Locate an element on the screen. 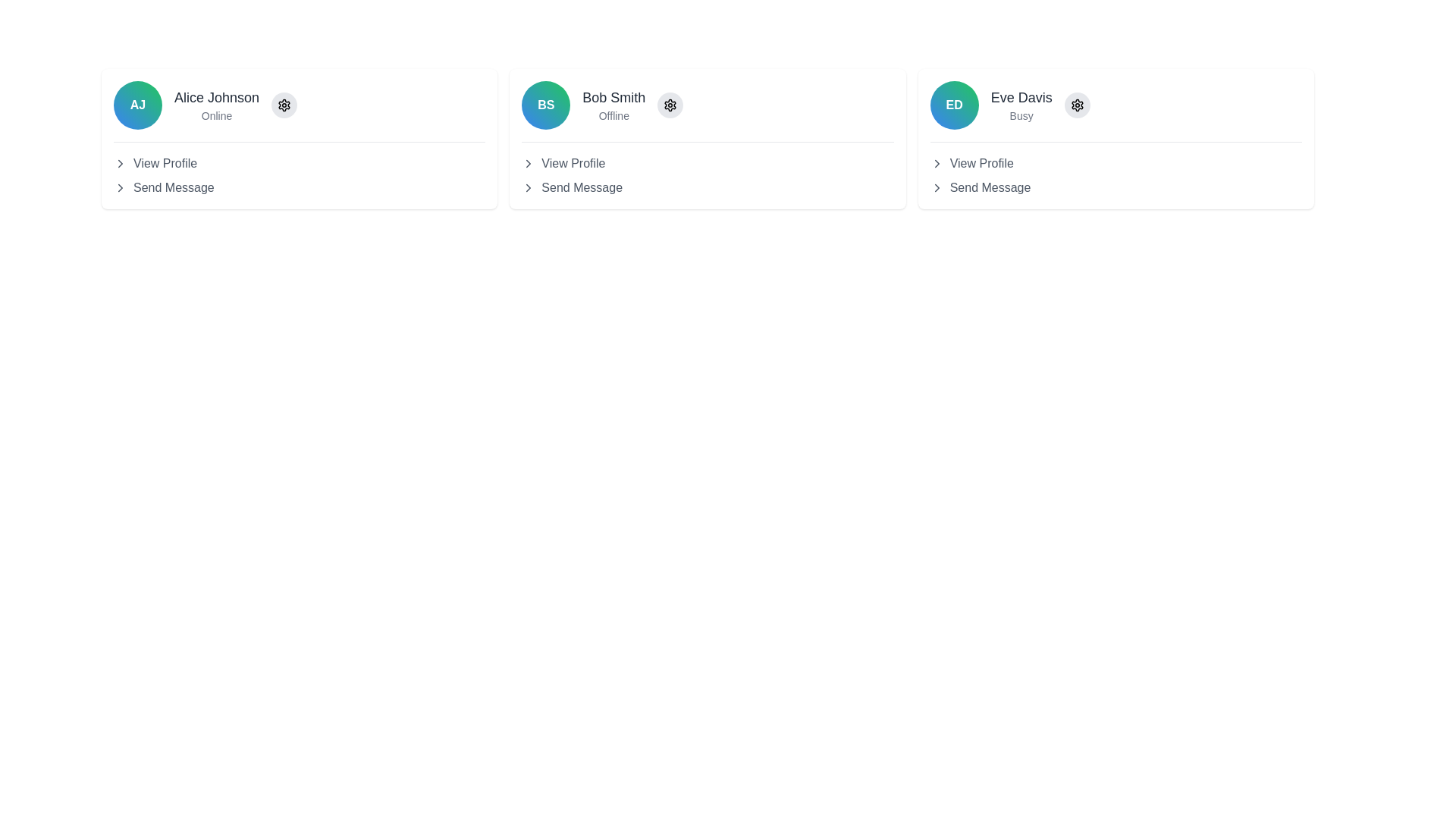 This screenshot has height=819, width=1456. the rightward-pointing chevron icon next to the 'Send Message' text label within Bob Smith's user card is located at coordinates (529, 187).